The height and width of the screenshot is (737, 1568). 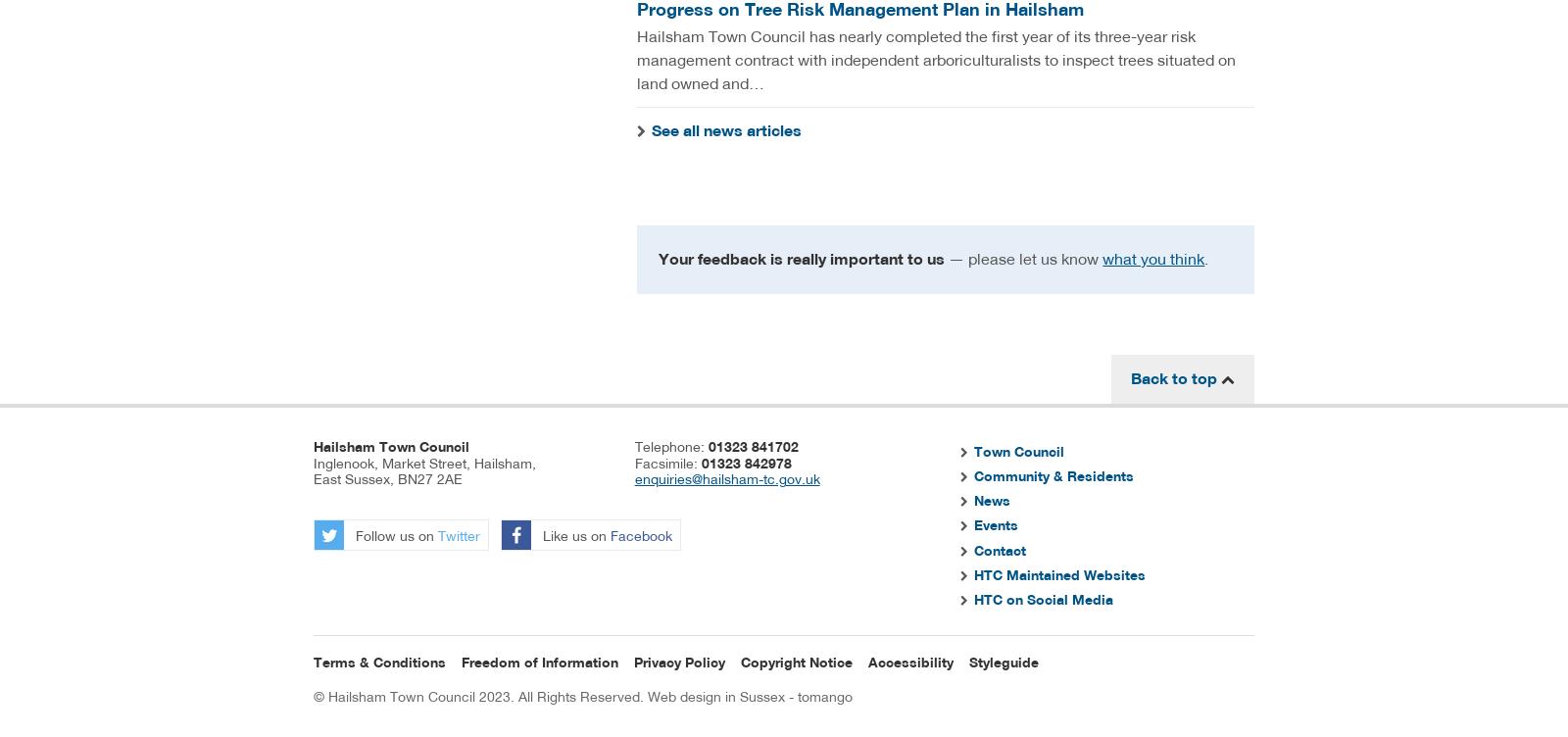 What do you see at coordinates (972, 548) in the screenshot?
I see `'Contact'` at bounding box center [972, 548].